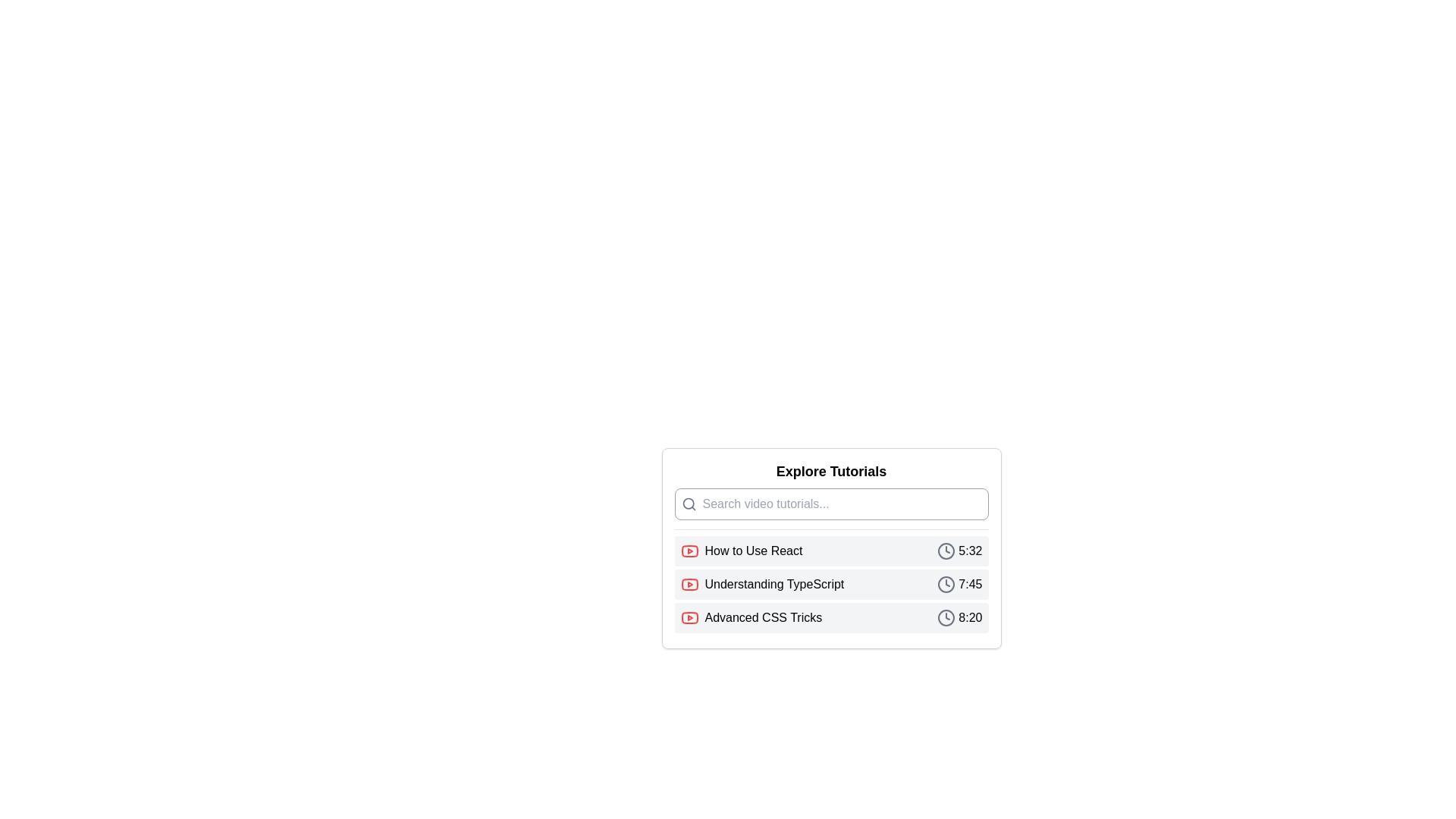 Image resolution: width=1456 pixels, height=819 pixels. What do you see at coordinates (830, 585) in the screenshot?
I see `a tutorial item within the modal titled 'Explore Tutorials'` at bounding box center [830, 585].